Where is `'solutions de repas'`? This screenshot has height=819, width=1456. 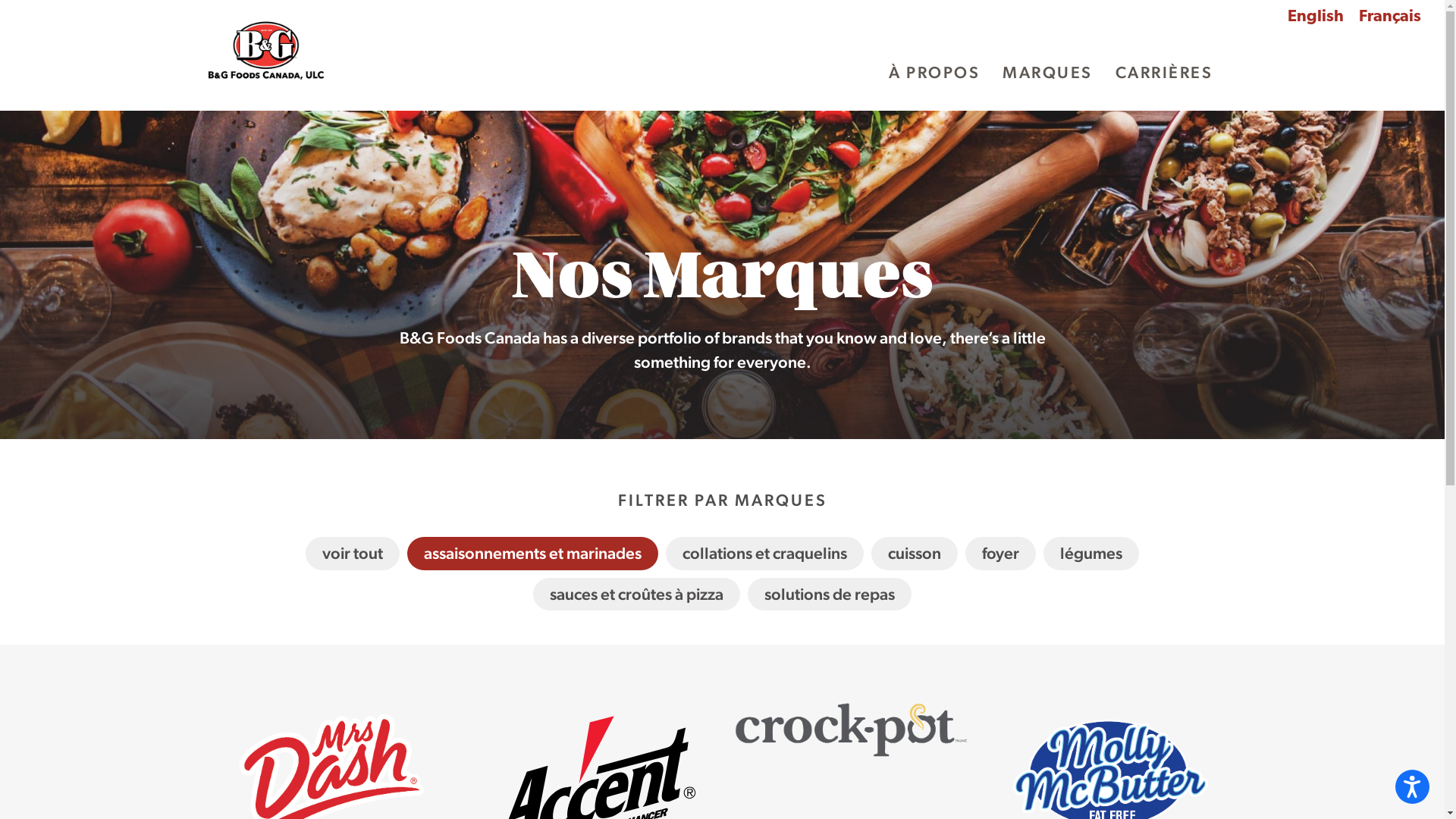 'solutions de repas' is located at coordinates (828, 593).